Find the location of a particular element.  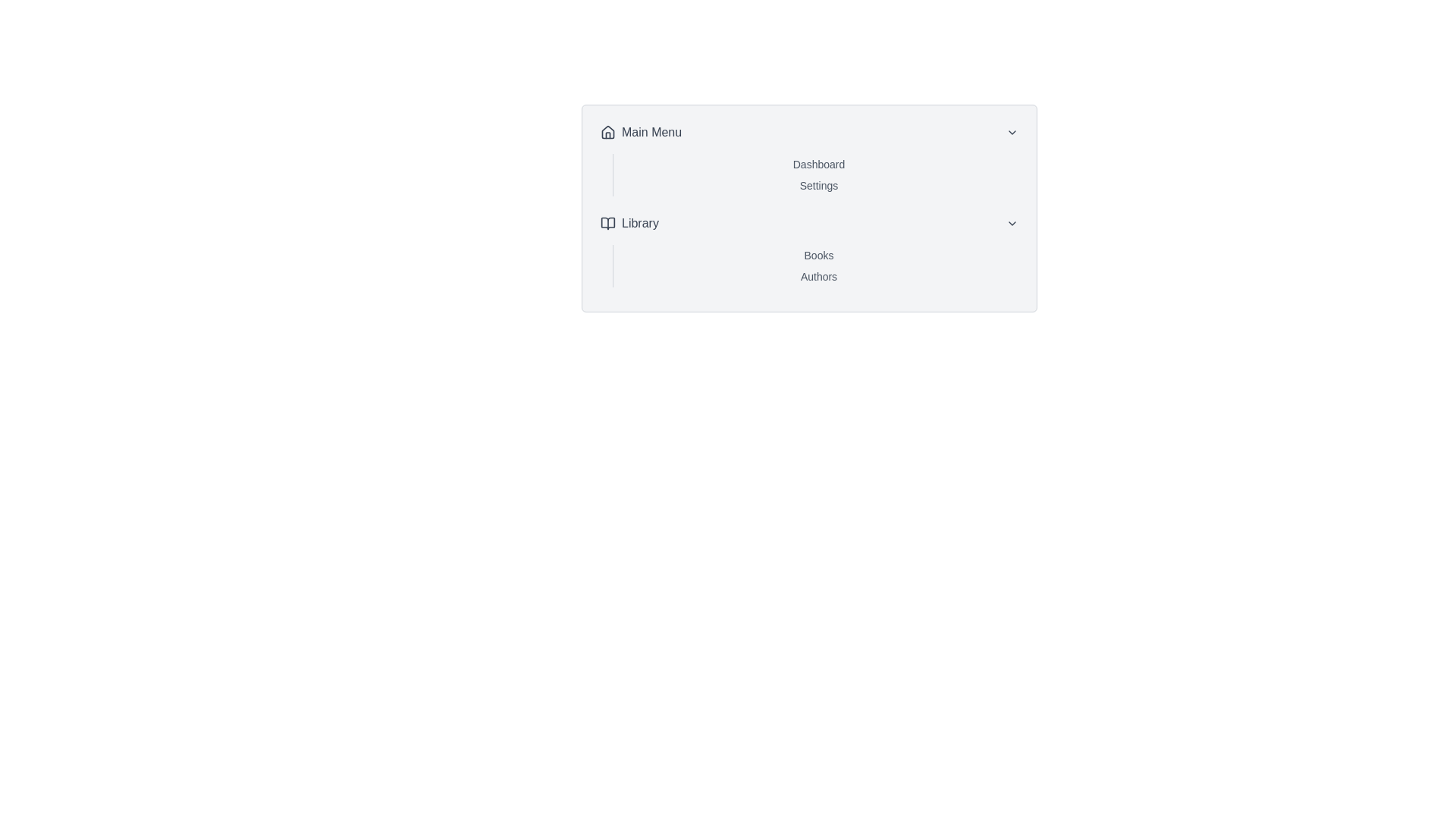

the 'Dashboard' and 'Settings' text labels in the vertical stack of the text-based navigation link group is located at coordinates (817, 174).